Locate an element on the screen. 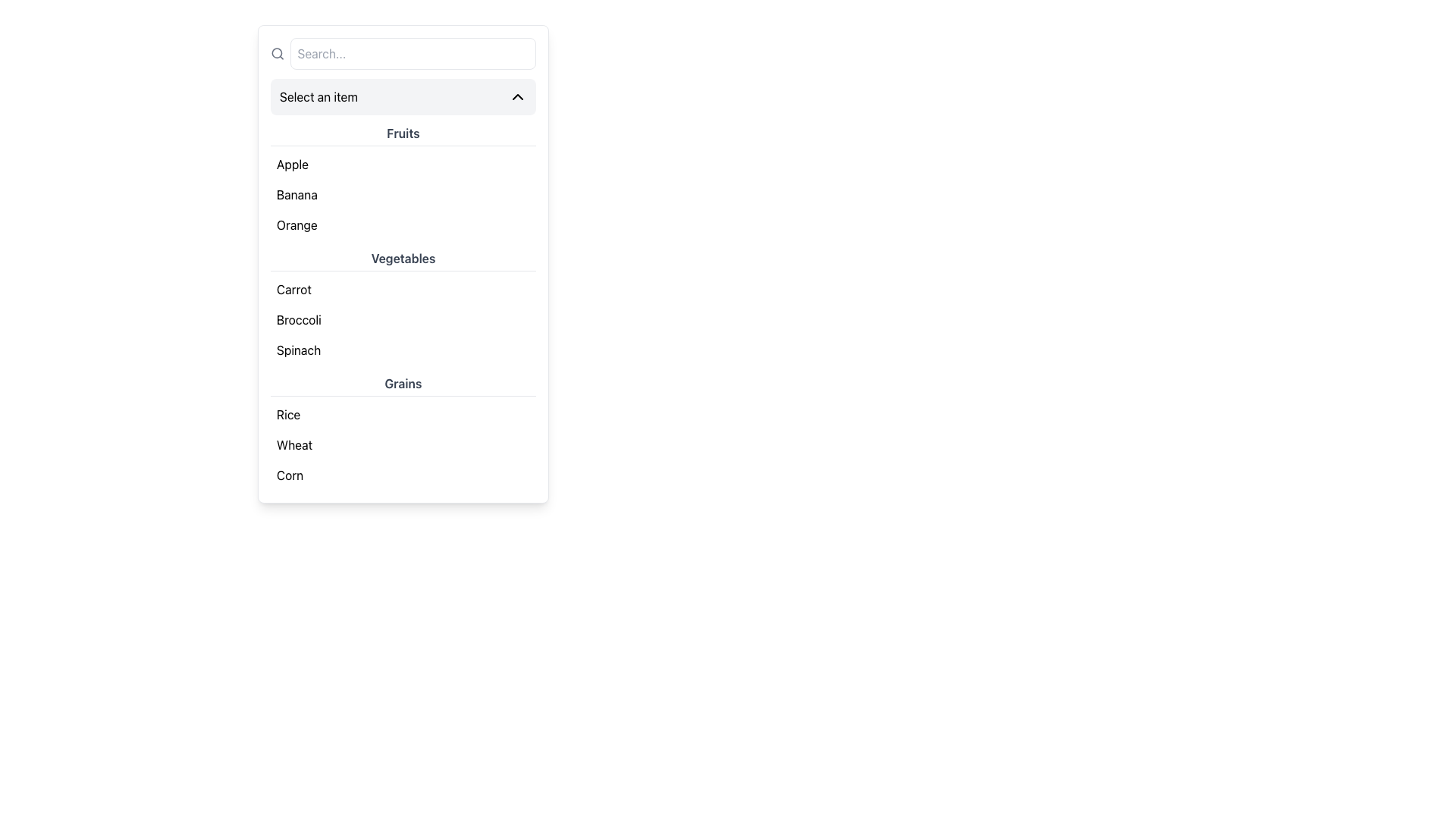  the 'Fruits' text label, which is styled in bold gray font and serves as a header for a sublist in a dropdown menu is located at coordinates (403, 133).